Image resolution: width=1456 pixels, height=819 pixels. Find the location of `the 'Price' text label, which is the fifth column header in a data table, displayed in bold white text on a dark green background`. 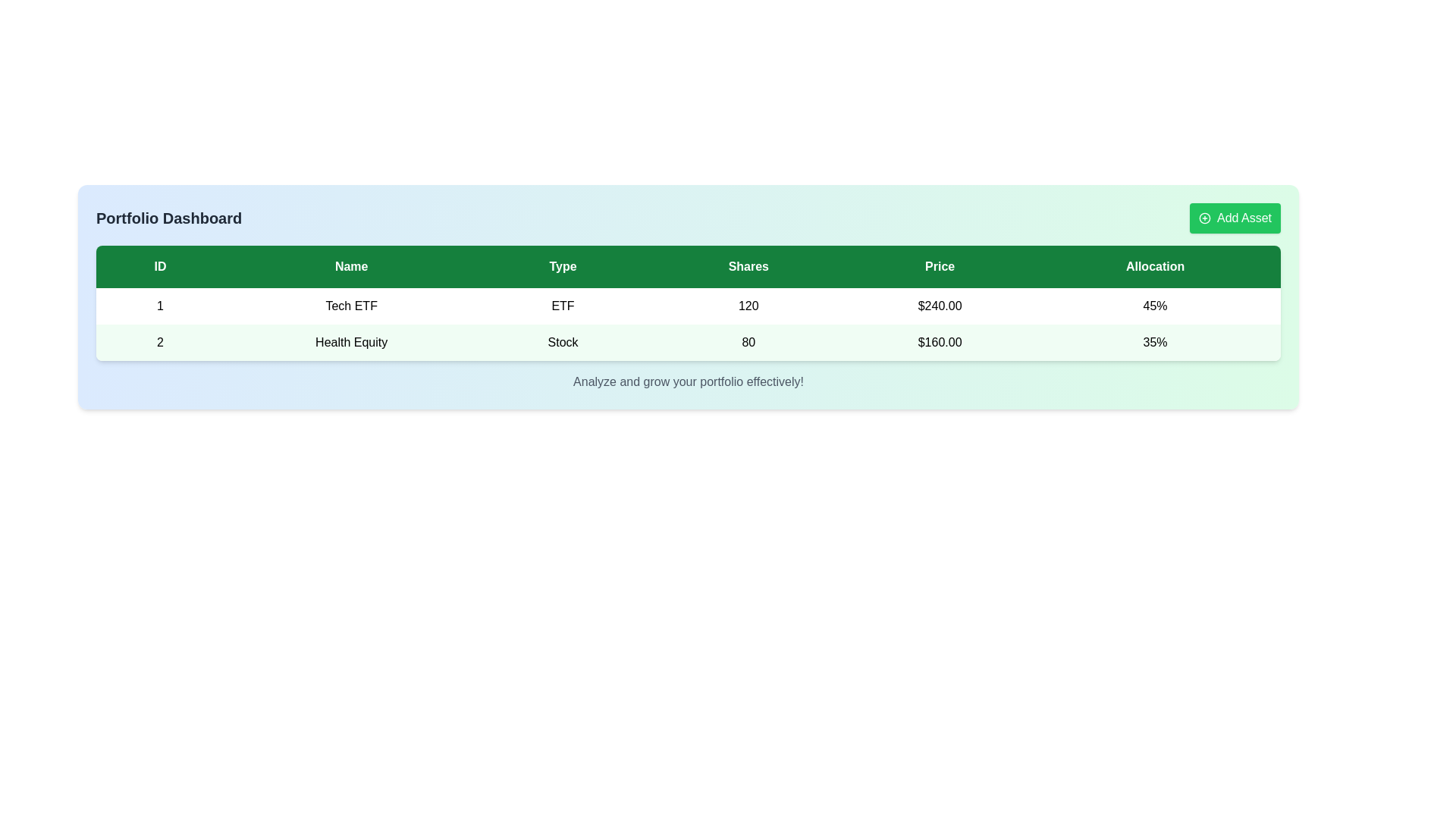

the 'Price' text label, which is the fifth column header in a data table, displayed in bold white text on a dark green background is located at coordinates (939, 265).